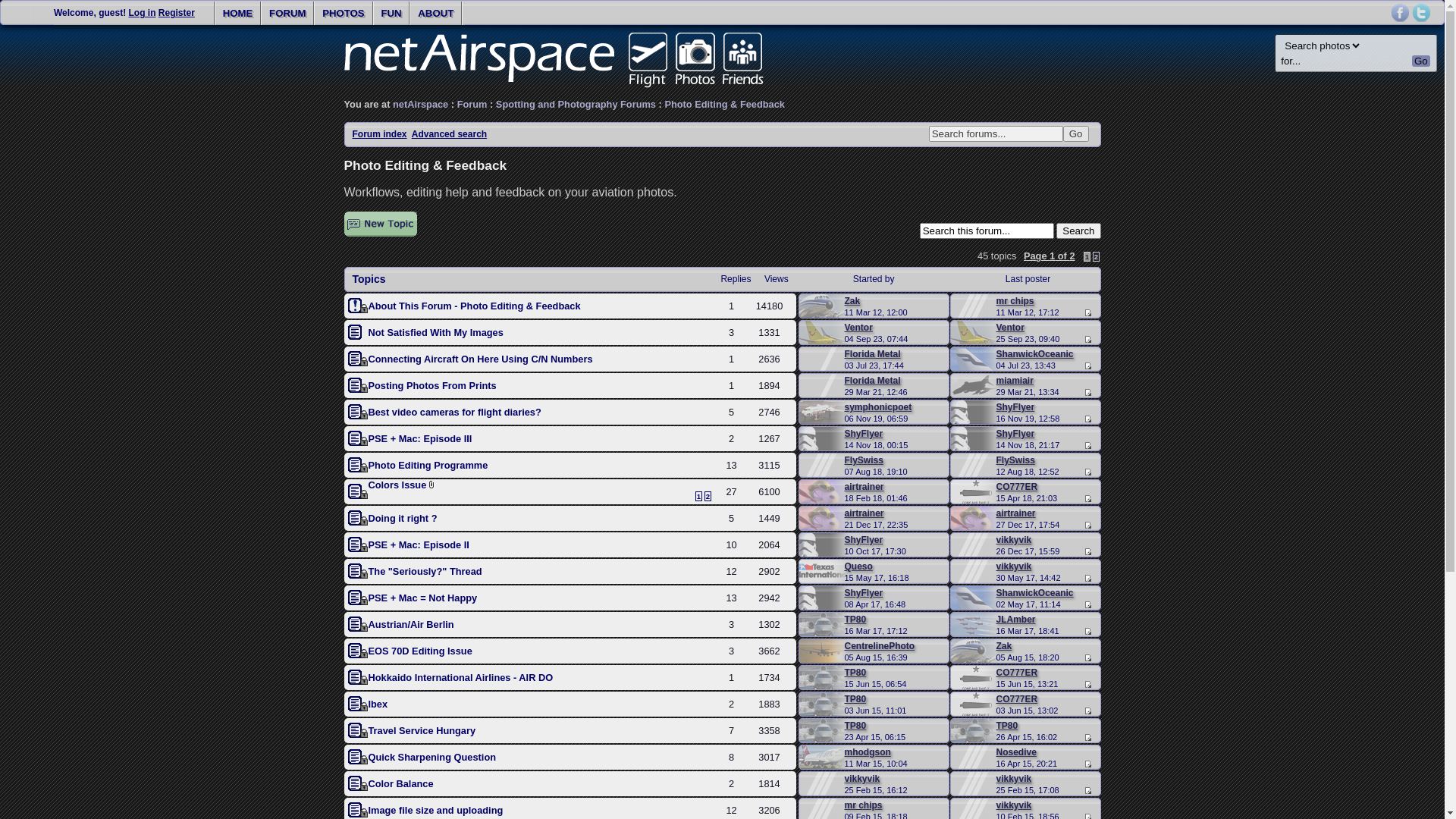 This screenshot has height=819, width=1456. I want to click on 'PSE + Mac: Episode II', so click(419, 544).